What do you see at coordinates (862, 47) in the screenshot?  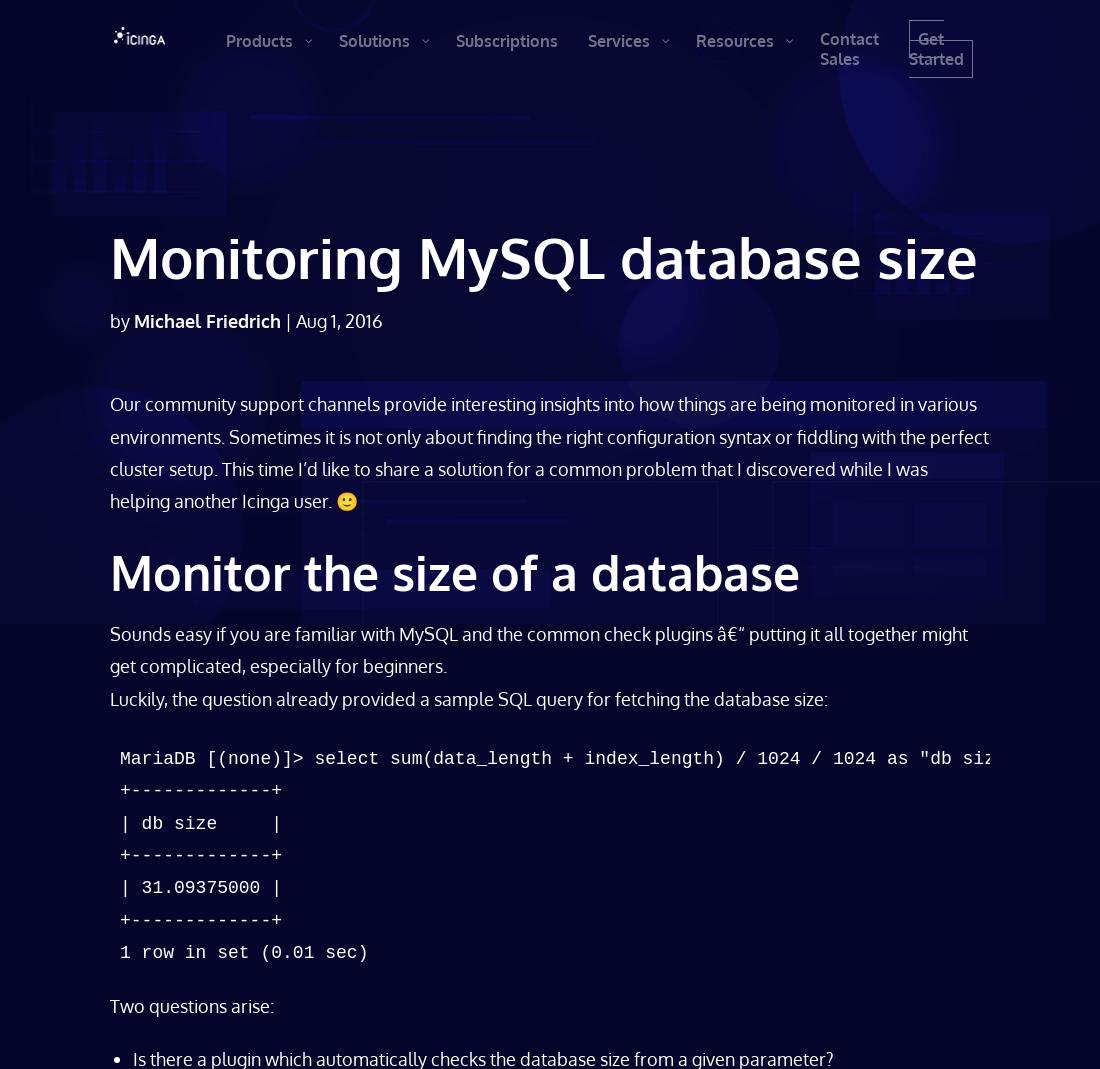 I see `'Contact Sales'` at bounding box center [862, 47].